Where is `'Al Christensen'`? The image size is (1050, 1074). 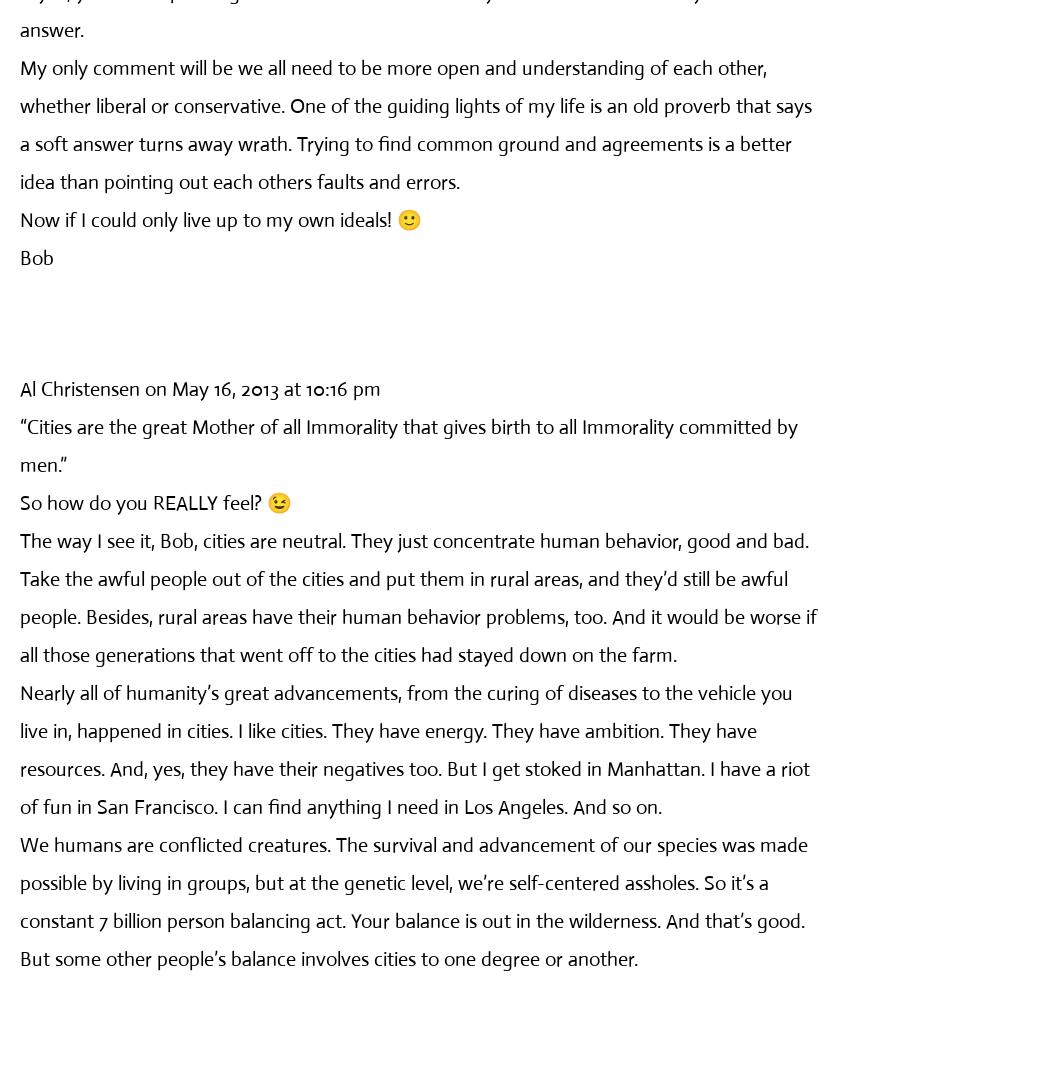
'Al Christensen' is located at coordinates (19, 388).